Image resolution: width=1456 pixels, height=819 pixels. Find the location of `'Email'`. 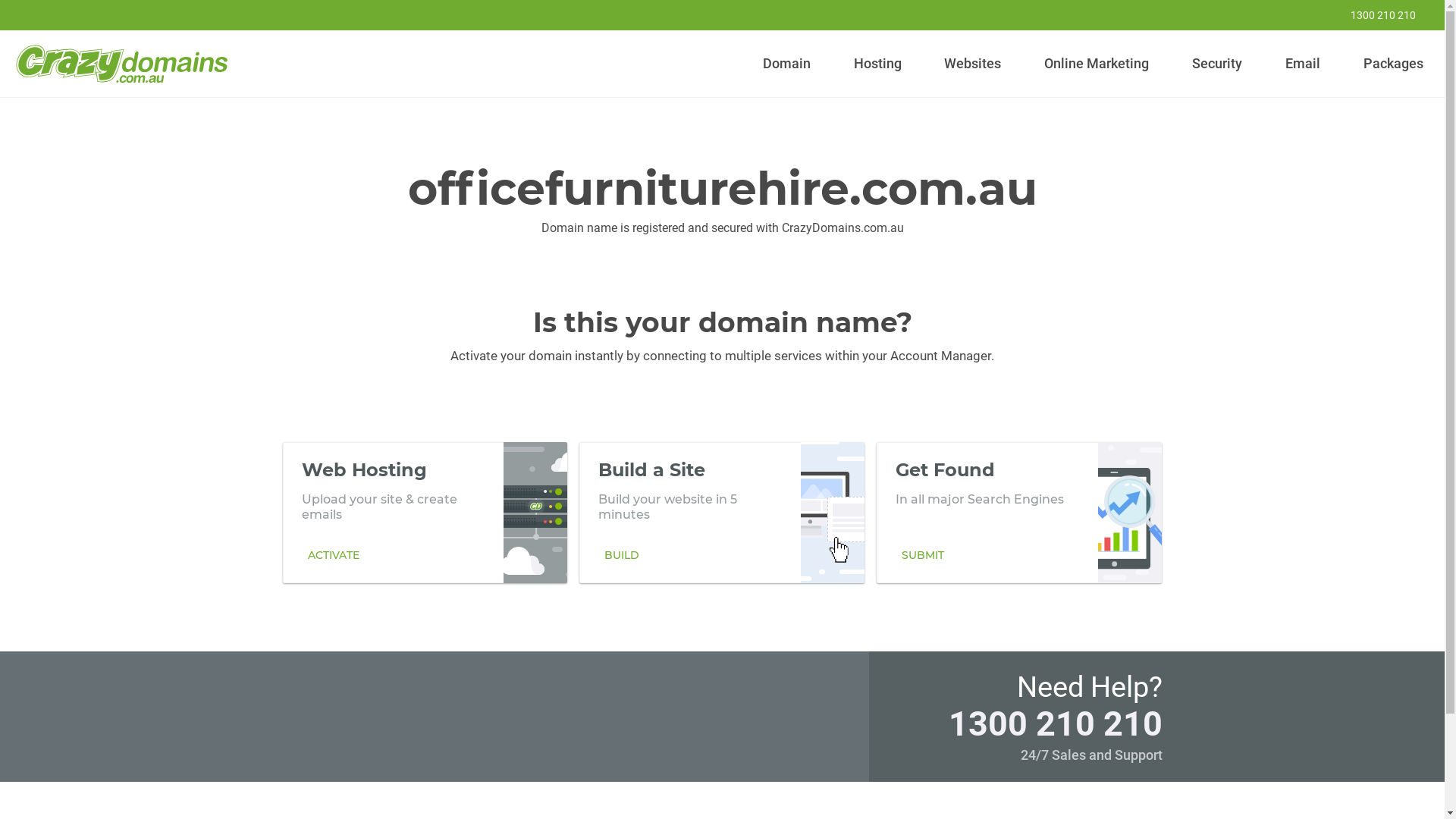

'Email' is located at coordinates (1301, 63).